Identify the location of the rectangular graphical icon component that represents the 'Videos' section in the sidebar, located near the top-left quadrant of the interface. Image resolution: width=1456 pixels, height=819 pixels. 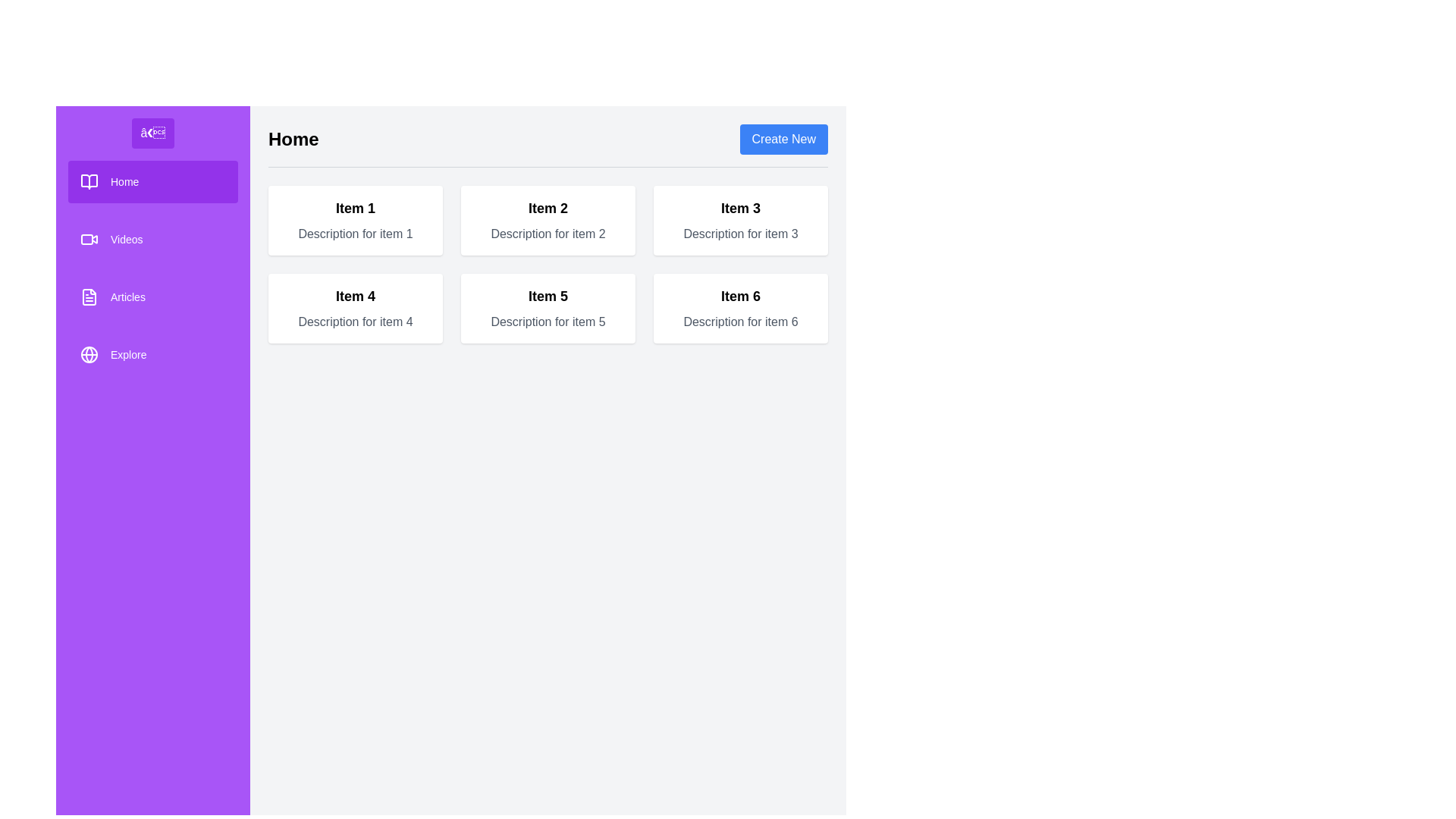
(86, 239).